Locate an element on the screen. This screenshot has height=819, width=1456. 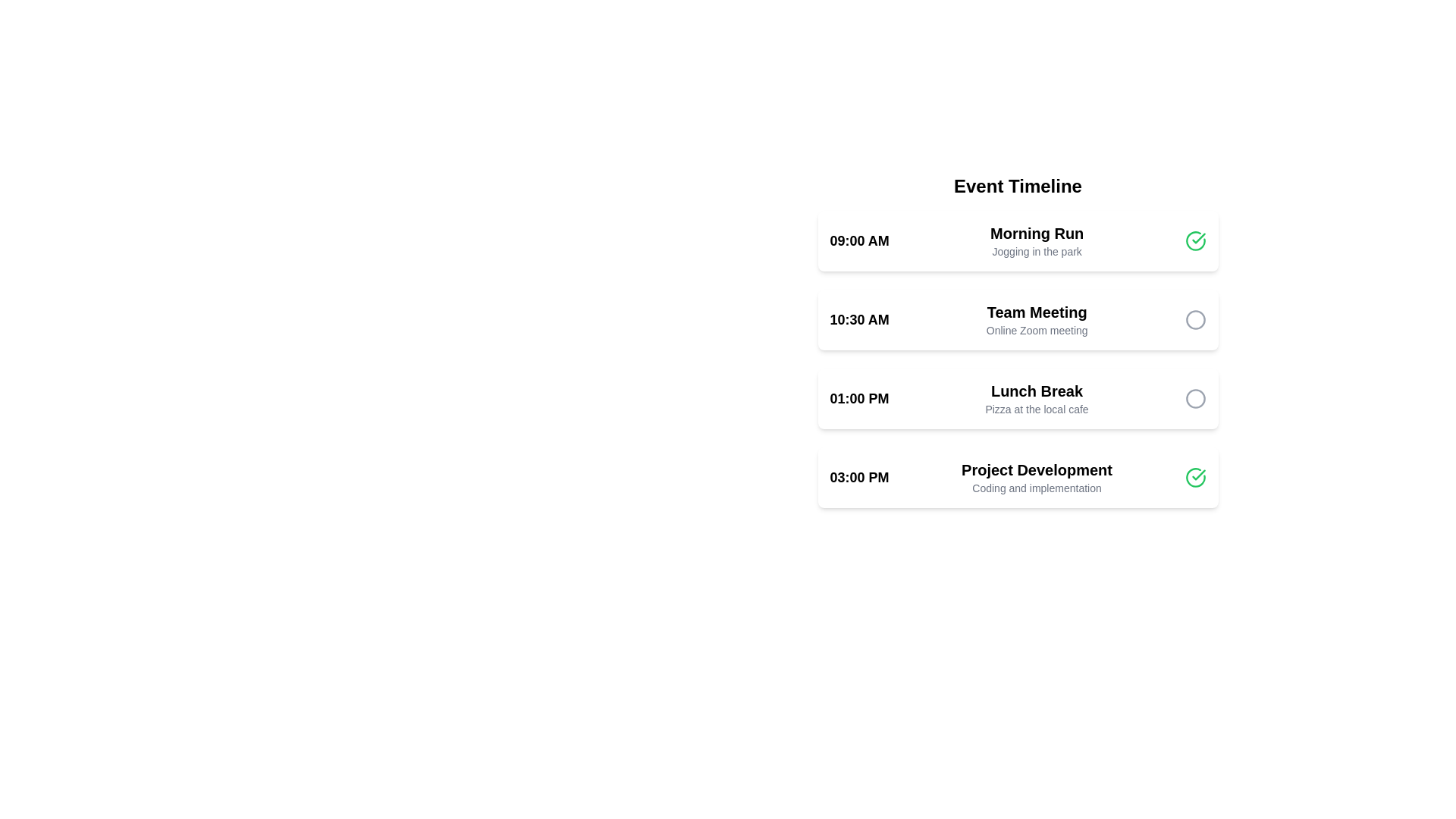
the text label displaying the time '10:30 AM' for the 'Team Meeting' event, which is bold and large in a sans-serif font on a white background is located at coordinates (859, 318).